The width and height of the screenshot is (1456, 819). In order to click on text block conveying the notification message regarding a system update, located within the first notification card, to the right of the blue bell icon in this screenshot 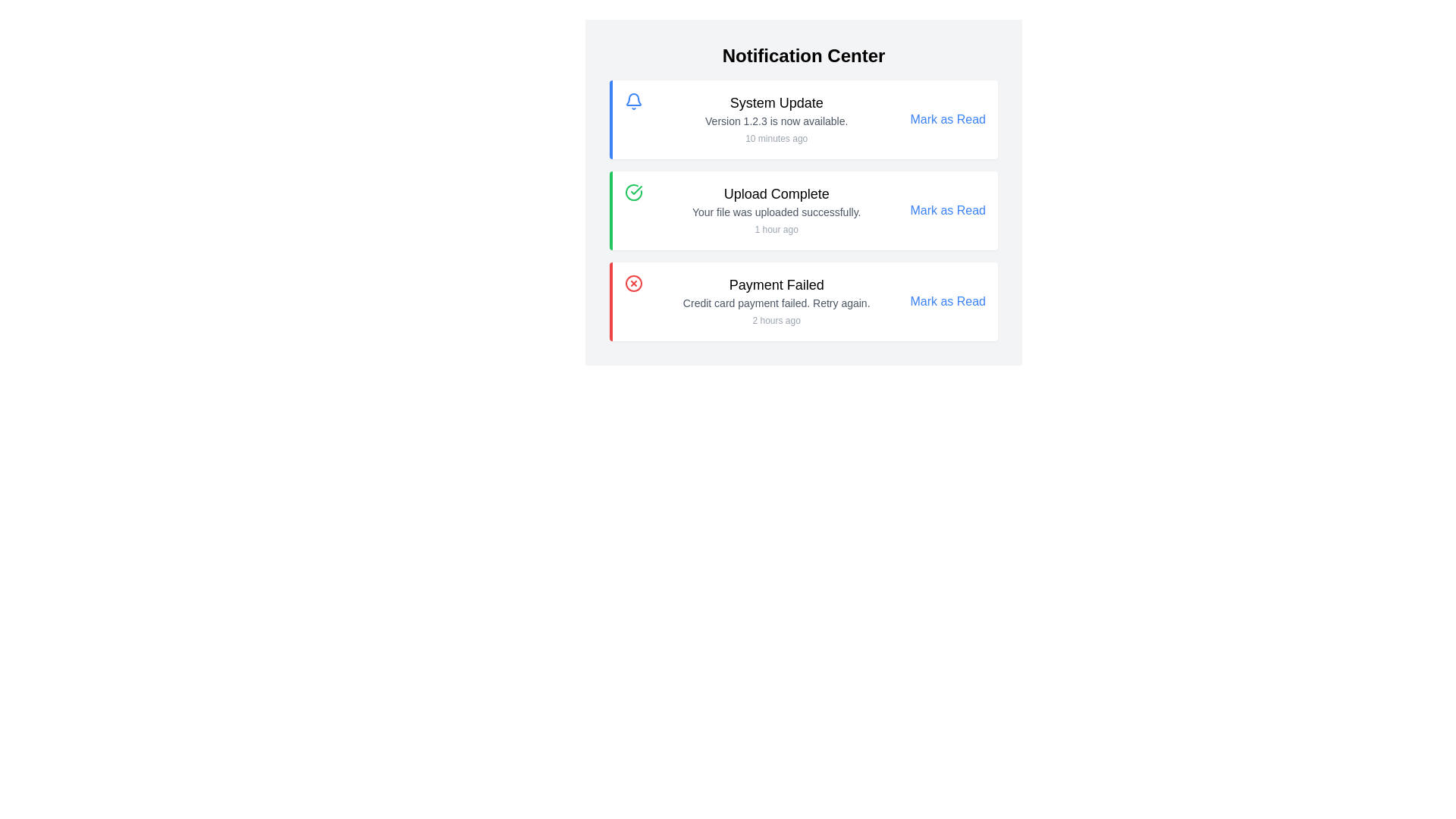, I will do `click(777, 119)`.